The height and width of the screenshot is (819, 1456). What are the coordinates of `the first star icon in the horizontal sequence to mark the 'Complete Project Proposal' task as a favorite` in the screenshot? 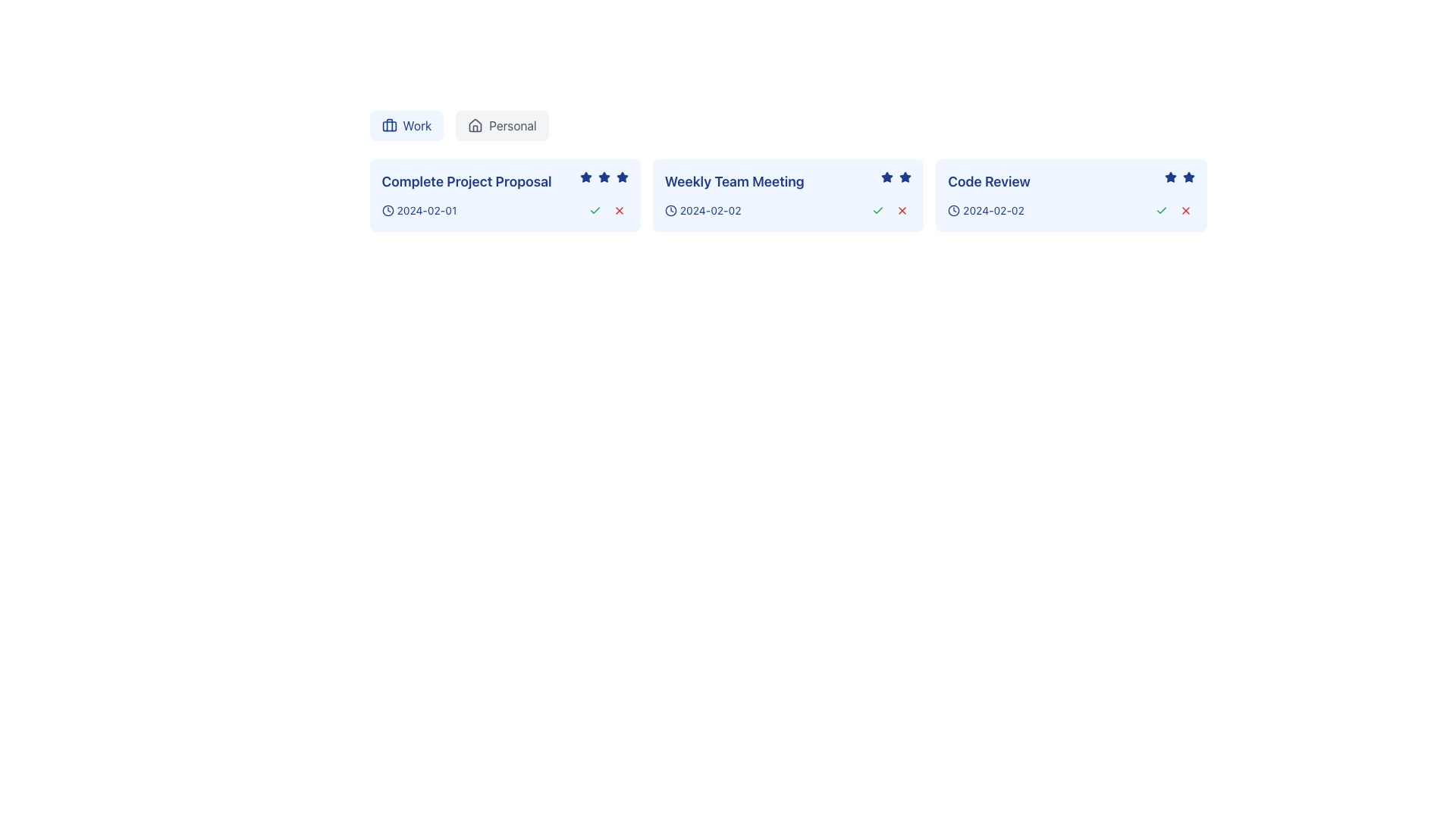 It's located at (585, 177).